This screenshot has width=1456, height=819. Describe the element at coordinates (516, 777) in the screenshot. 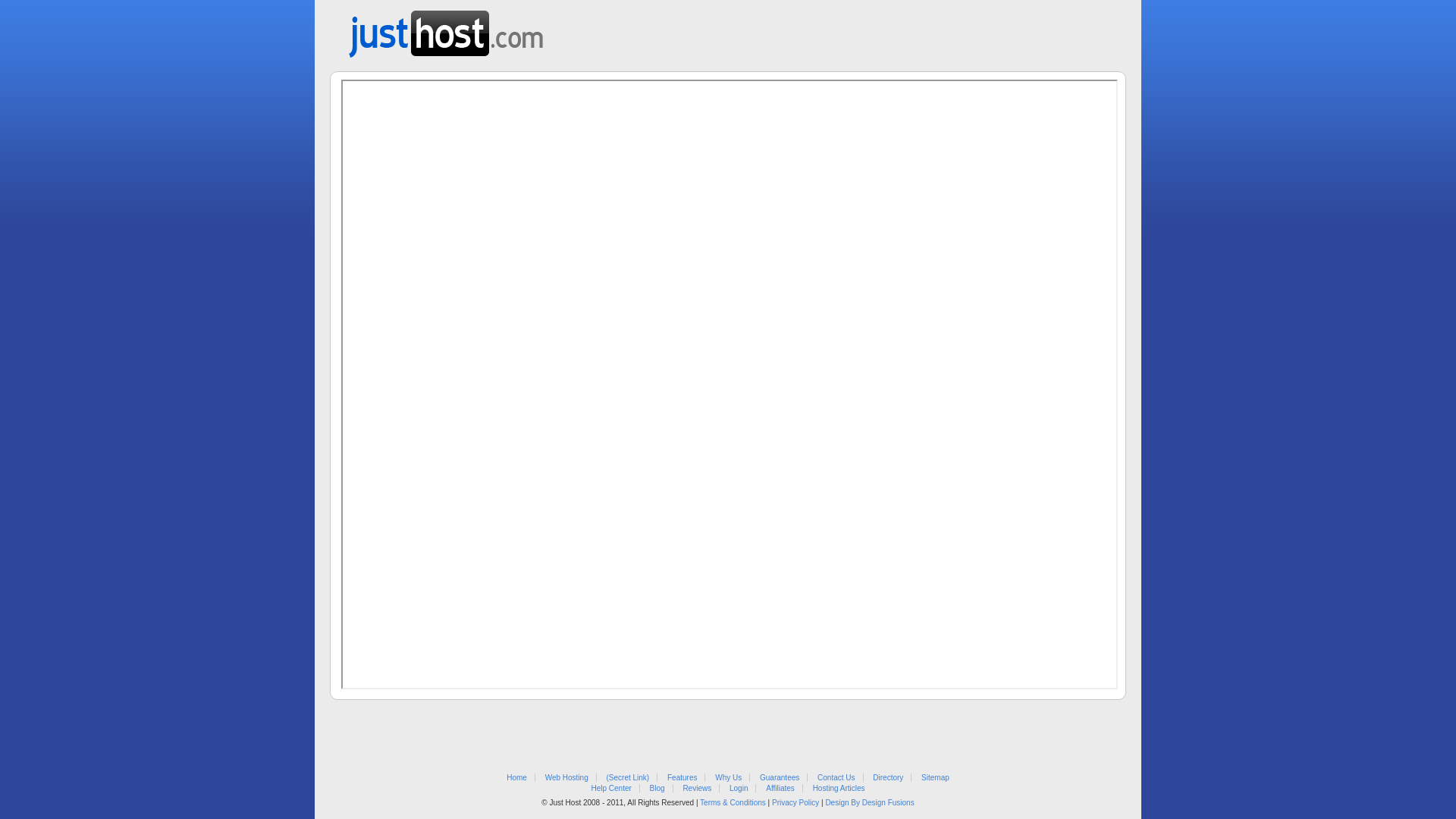

I see `'Home'` at that location.